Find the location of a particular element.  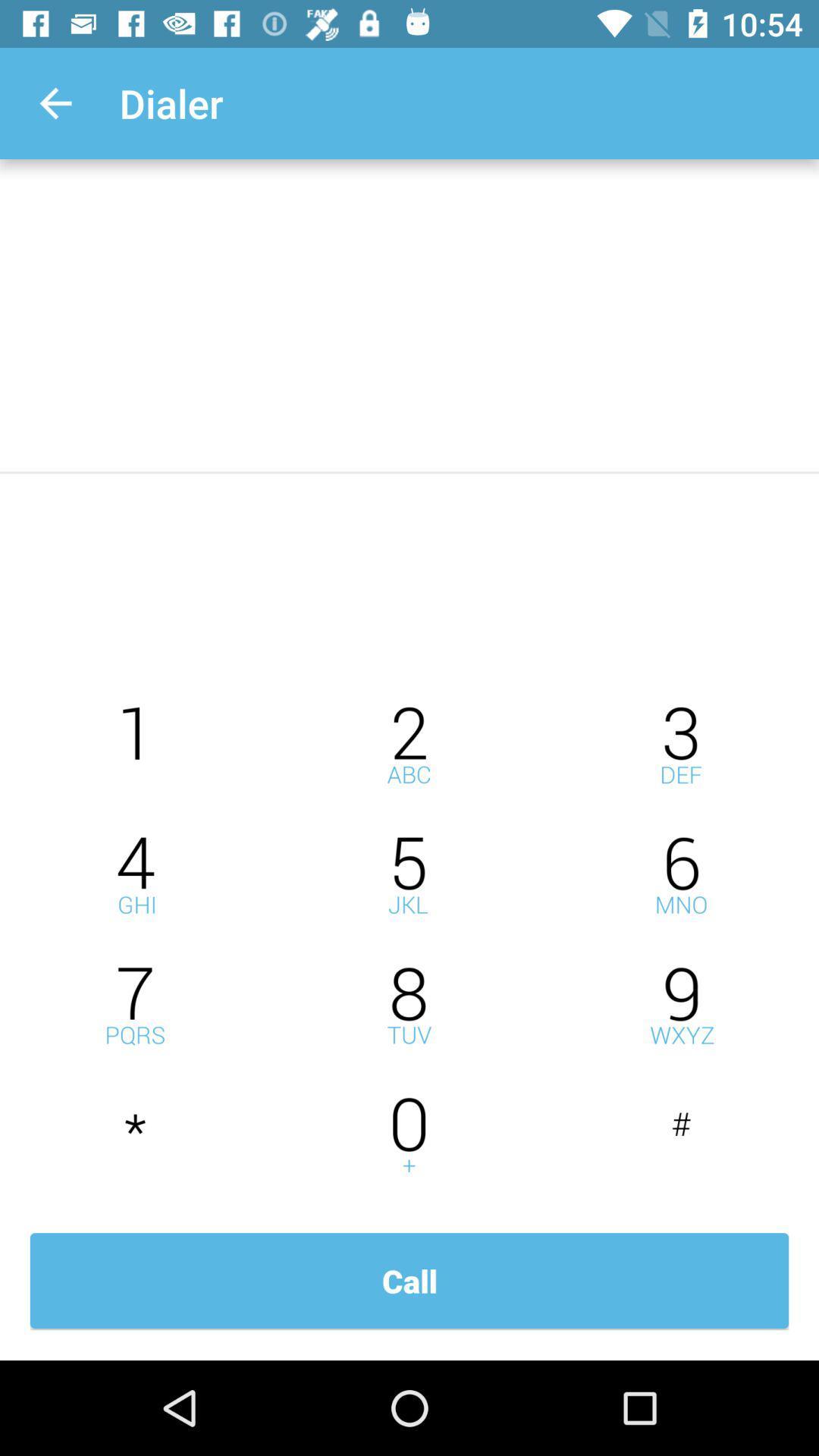

the avatar icon is located at coordinates (409, 1006).